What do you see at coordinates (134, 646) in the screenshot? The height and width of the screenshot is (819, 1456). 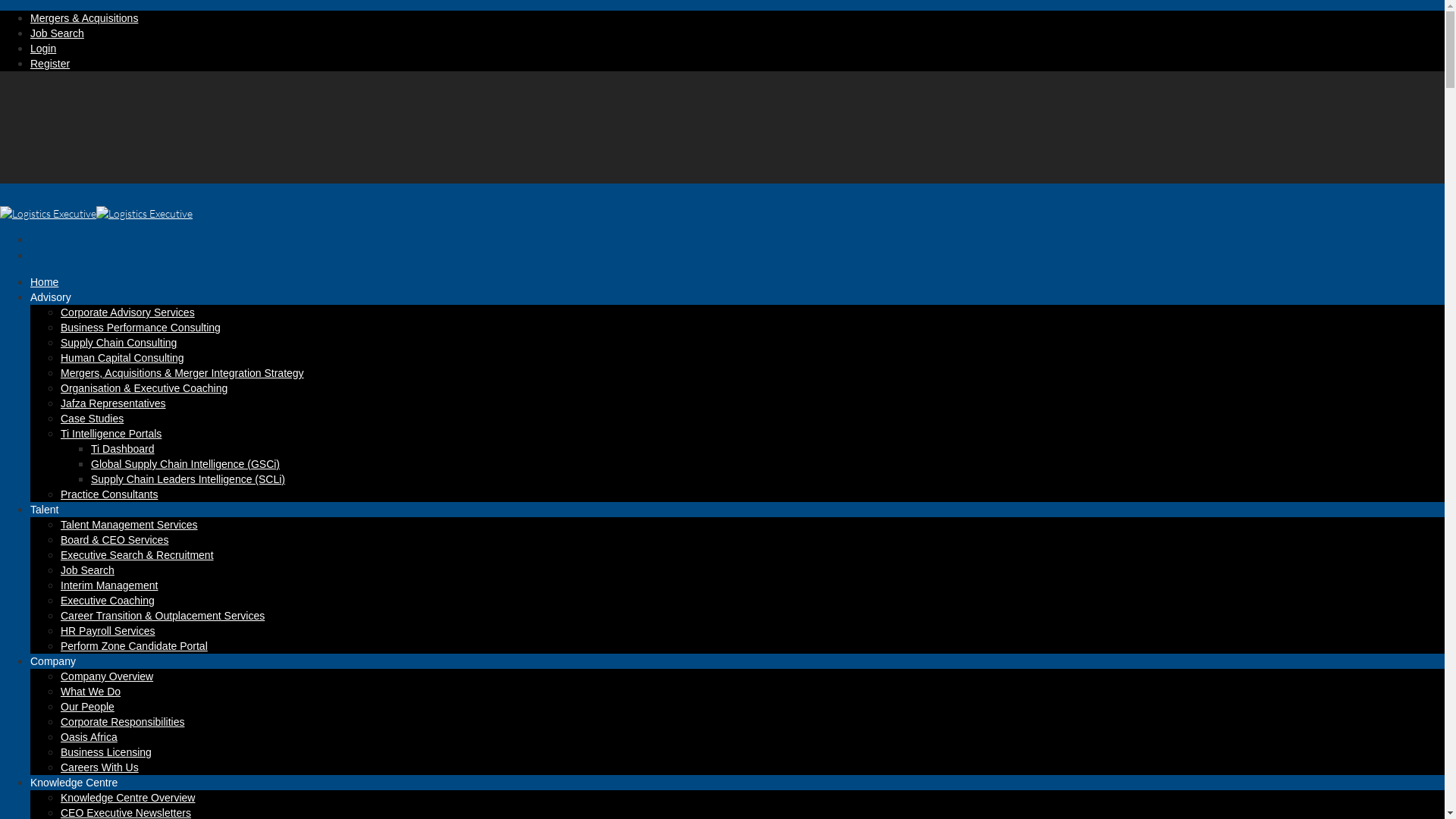 I see `'Perform Zone Candidate Portal'` at bounding box center [134, 646].